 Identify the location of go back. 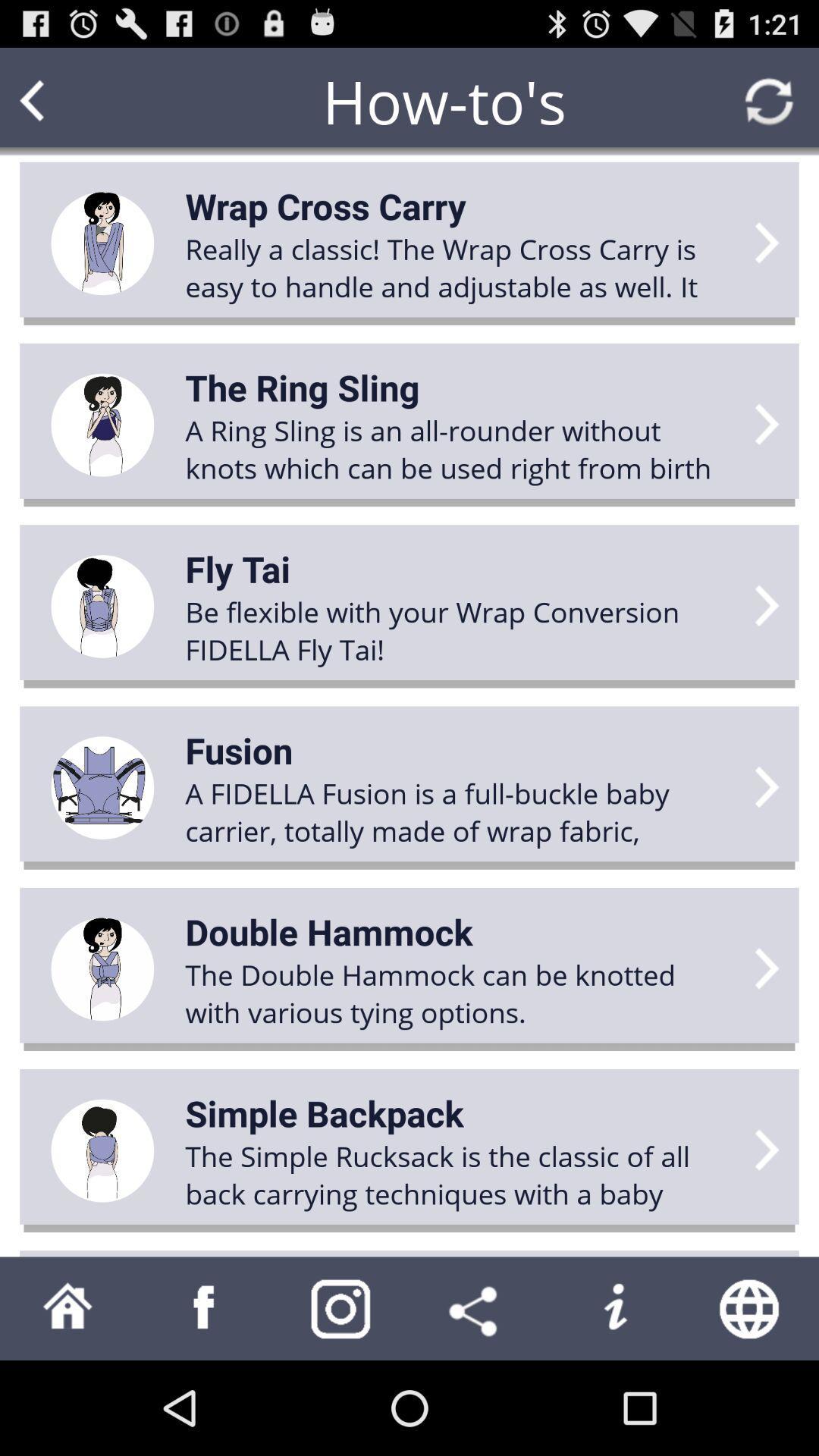
(61, 100).